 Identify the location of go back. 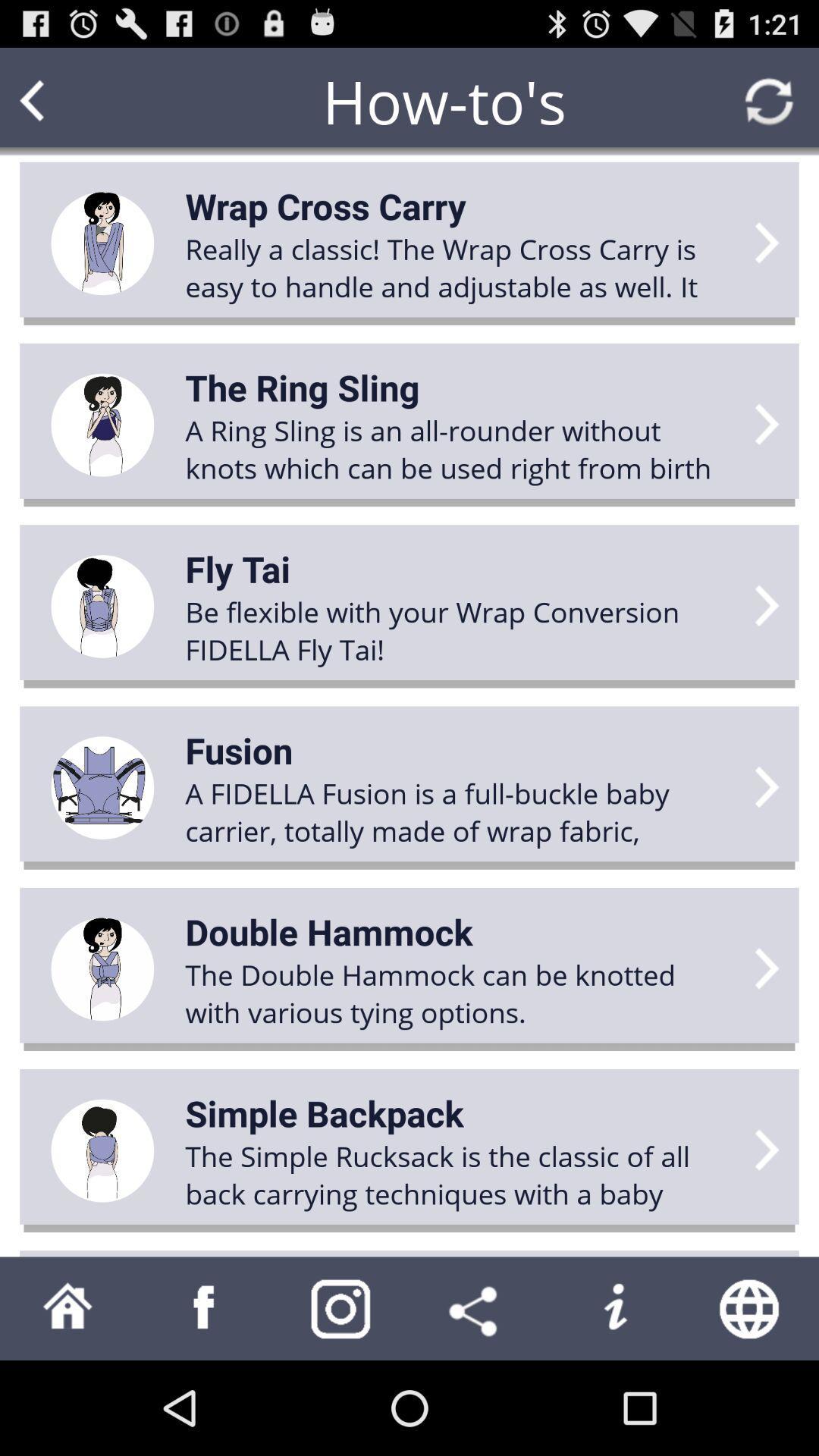
(61, 100).